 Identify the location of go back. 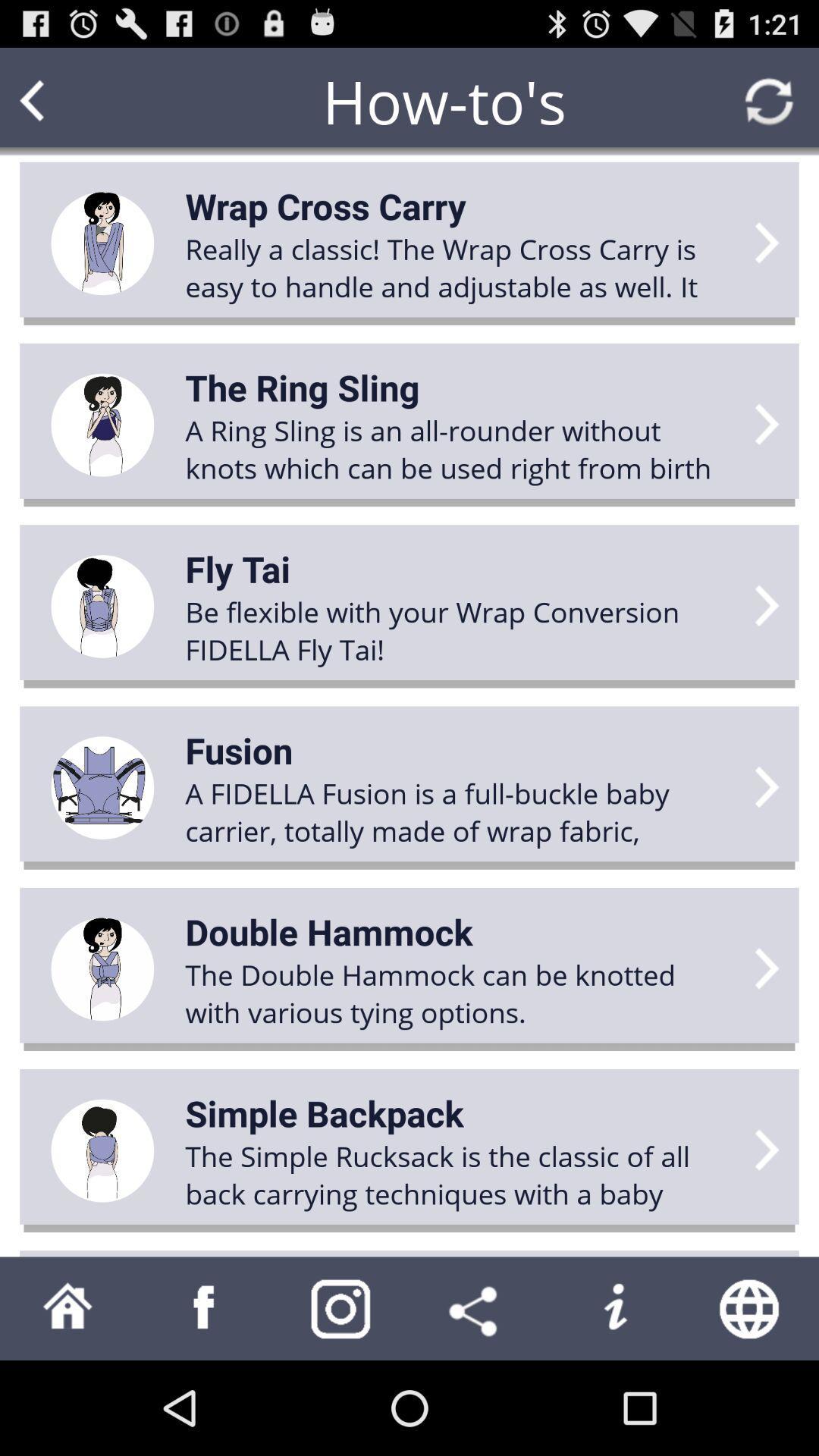
(61, 100).